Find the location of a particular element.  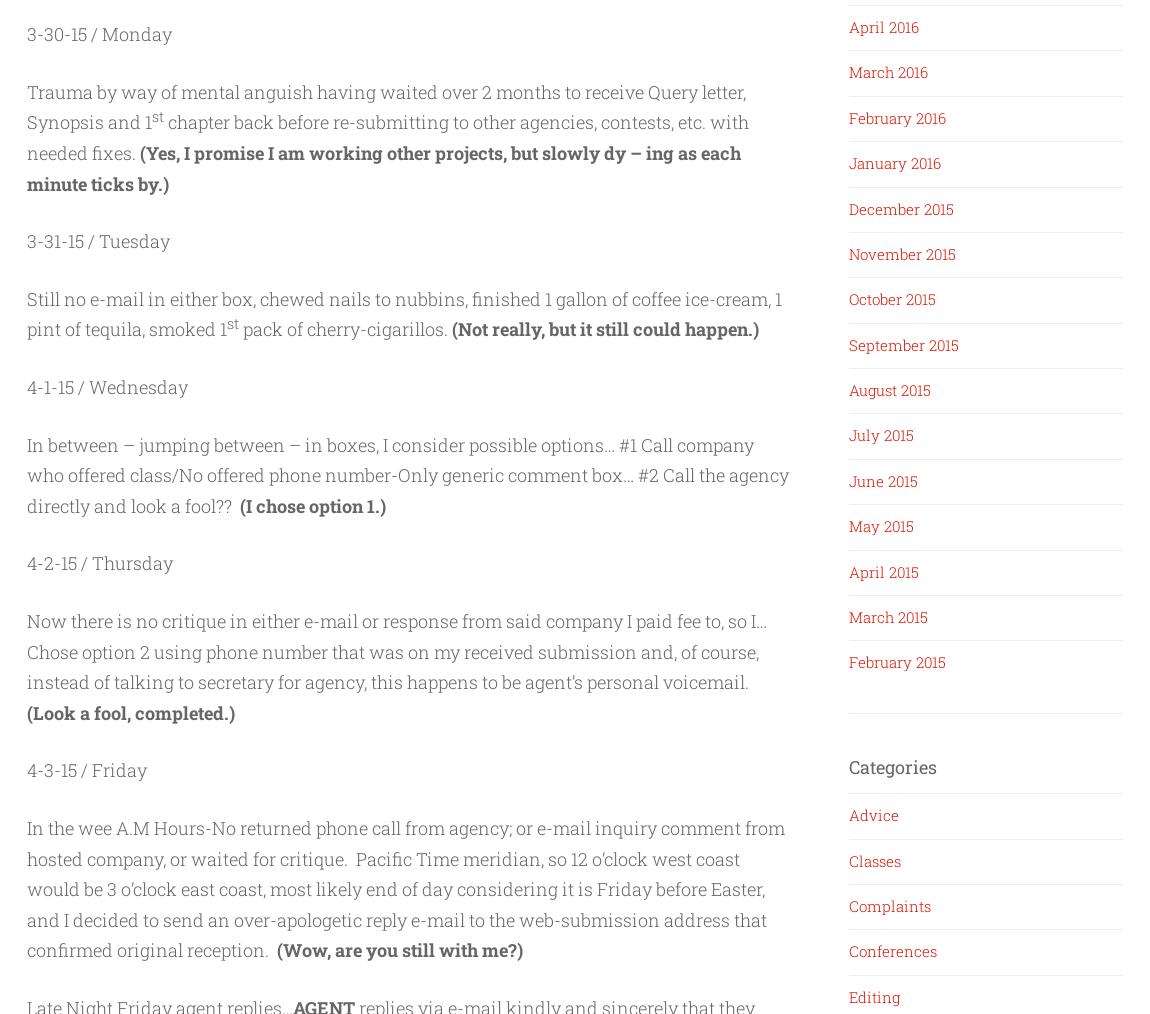

'April 2016' is located at coordinates (884, 25).